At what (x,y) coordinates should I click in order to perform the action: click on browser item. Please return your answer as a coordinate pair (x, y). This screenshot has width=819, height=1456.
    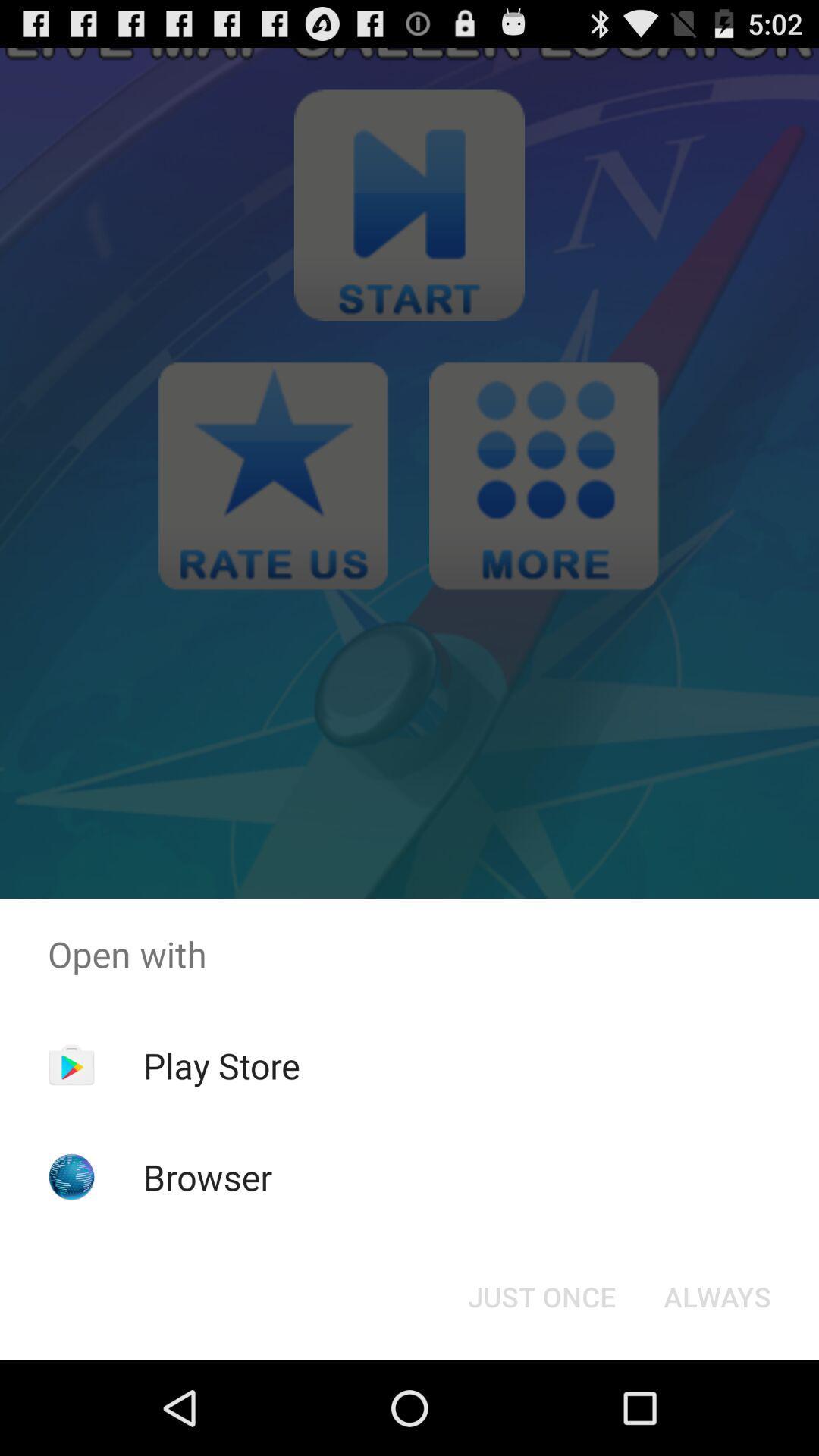
    Looking at the image, I should click on (208, 1176).